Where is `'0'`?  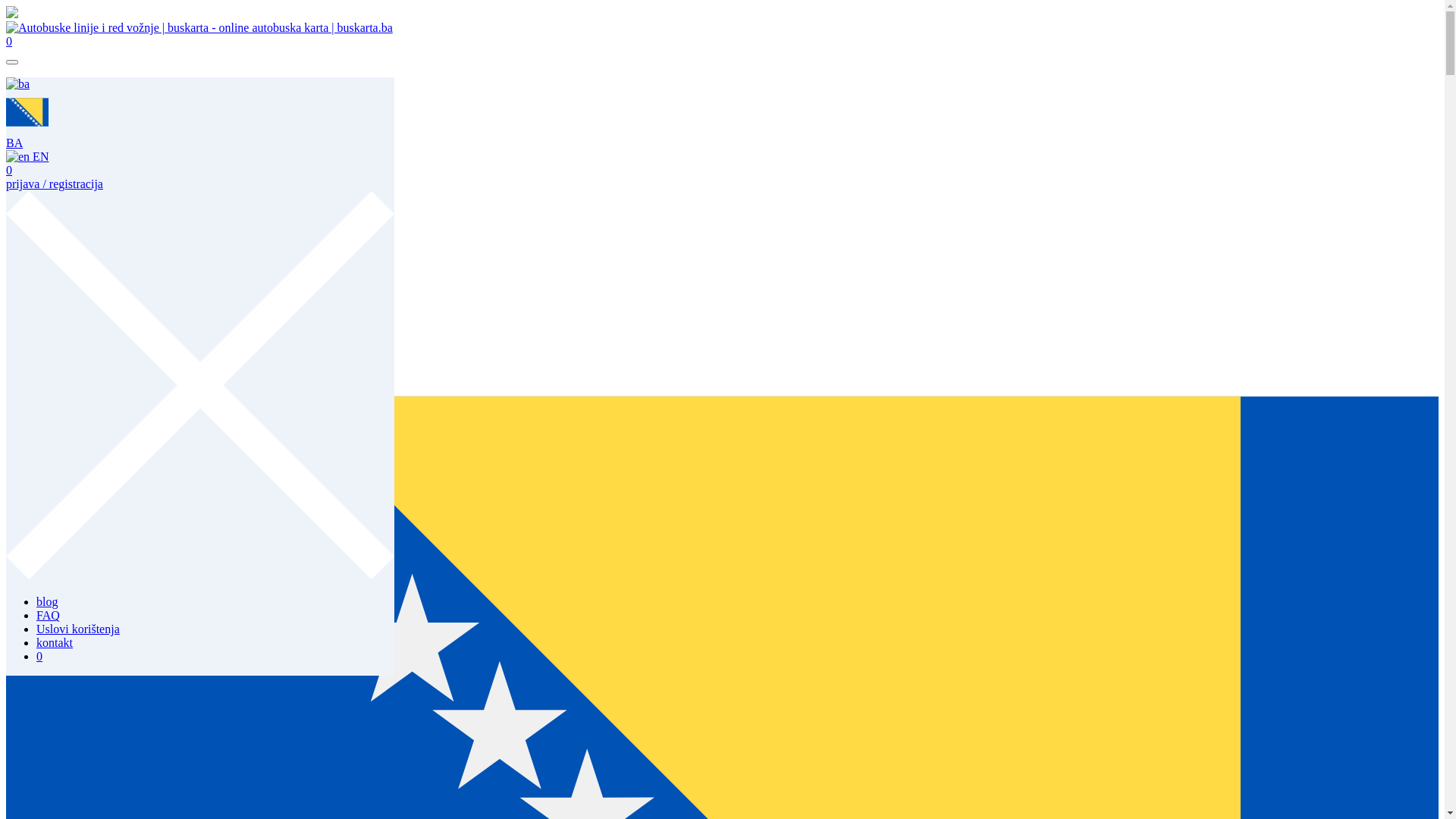
'0' is located at coordinates (6, 170).